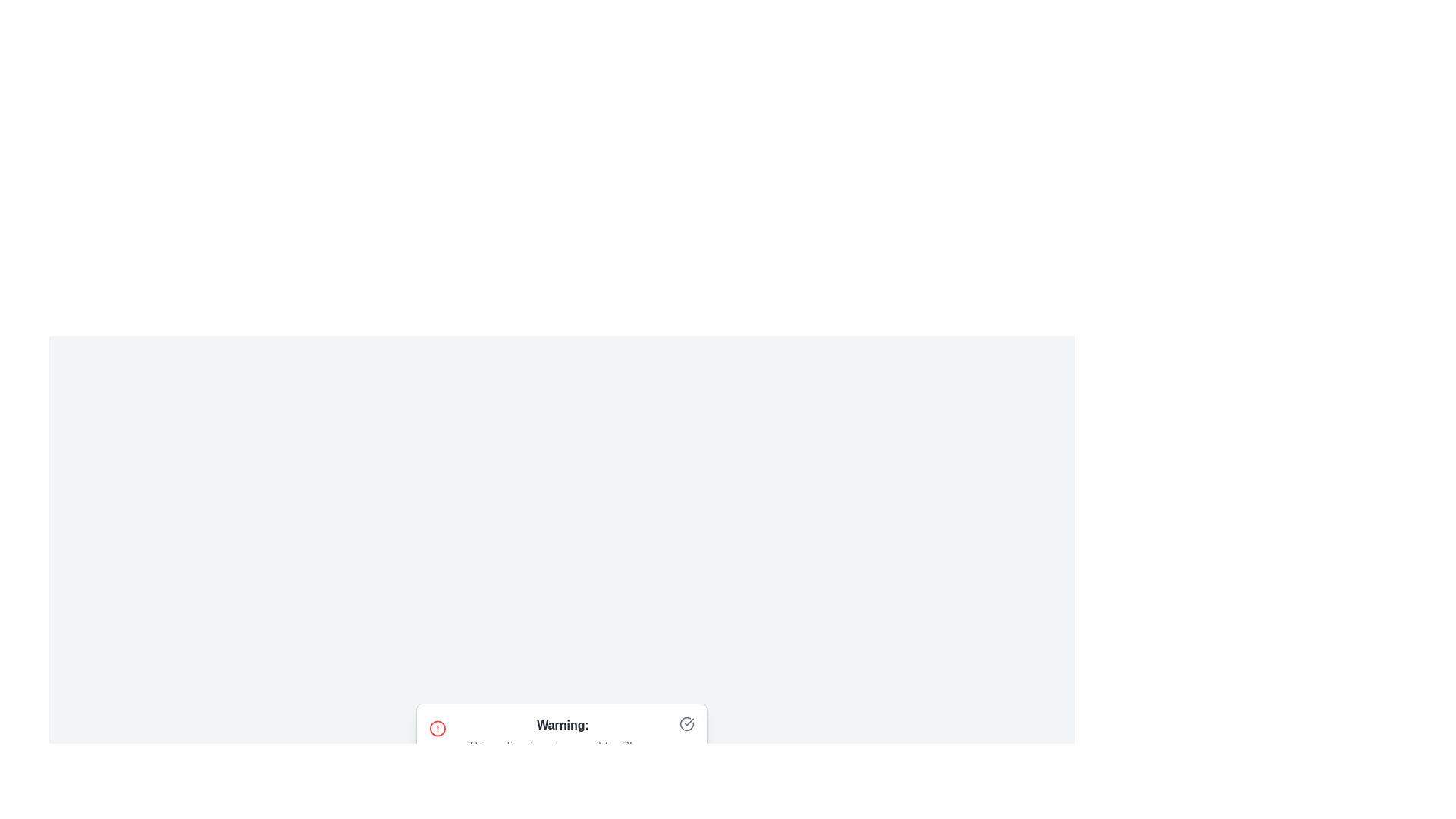 The image size is (1456, 819). Describe the element at coordinates (686, 723) in the screenshot. I see `the checkmark icon button located at the top-right corner of the warning modal` at that location.